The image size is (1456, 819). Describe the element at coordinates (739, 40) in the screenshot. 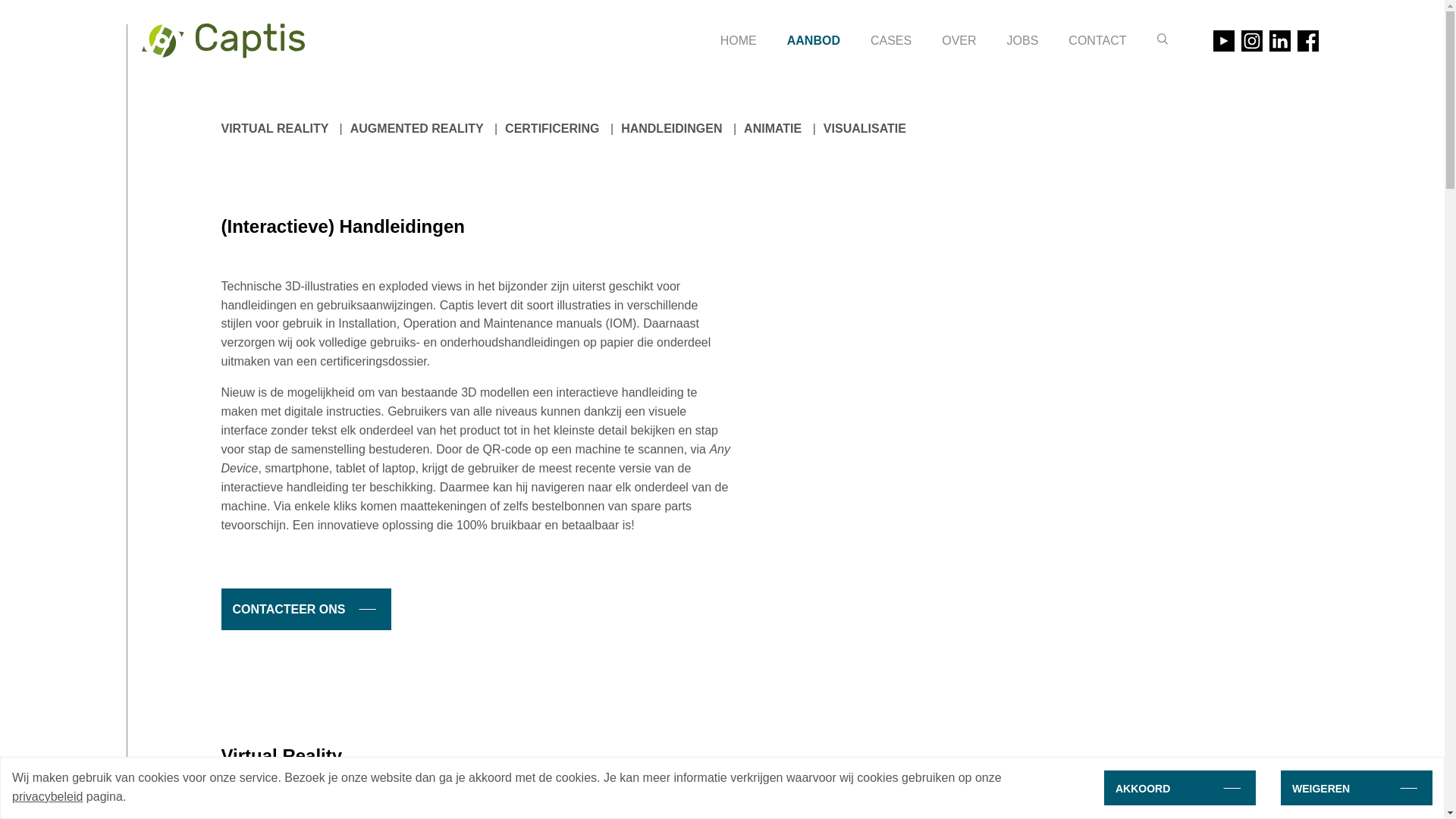

I see `'HOME'` at that location.